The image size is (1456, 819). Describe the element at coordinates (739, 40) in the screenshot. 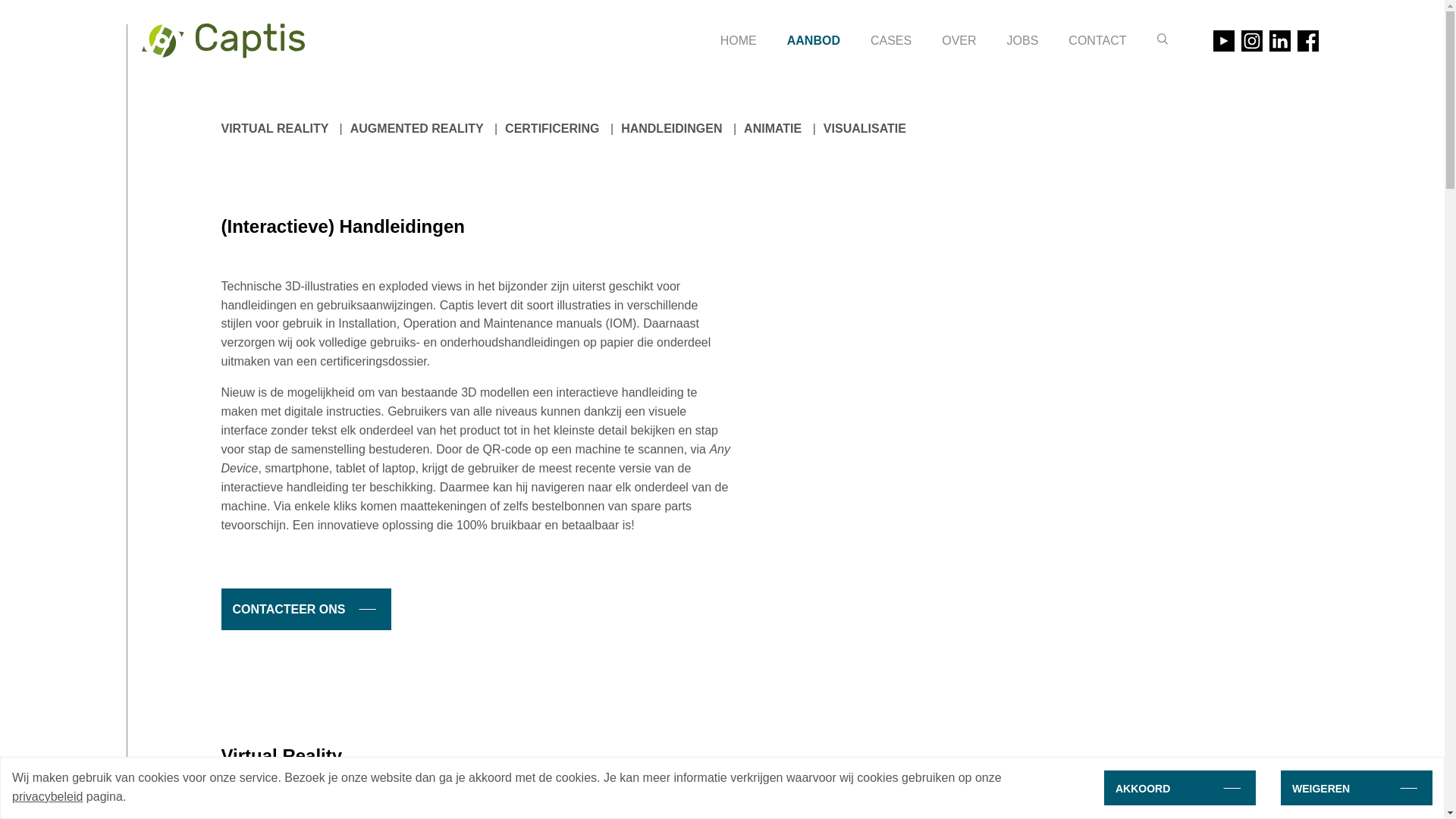

I see `'HOME'` at that location.